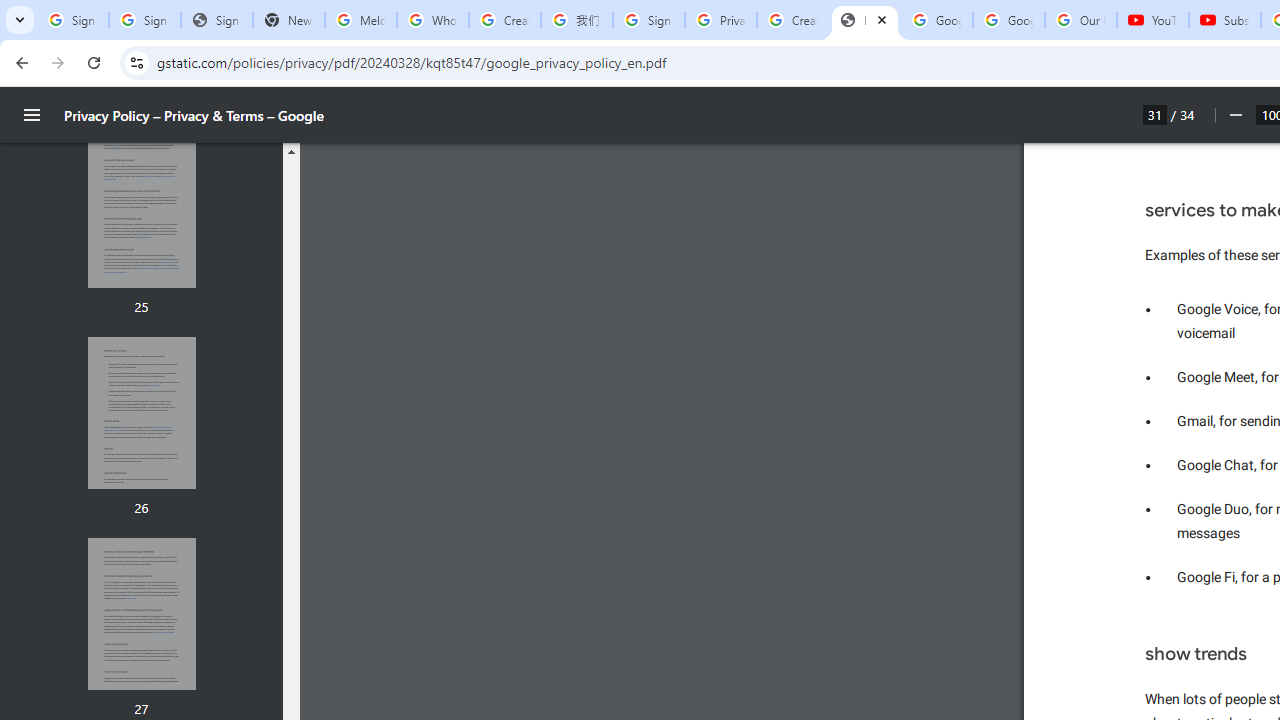 This screenshot has height=720, width=1280. I want to click on 'Create your Google Account', so click(791, 20).